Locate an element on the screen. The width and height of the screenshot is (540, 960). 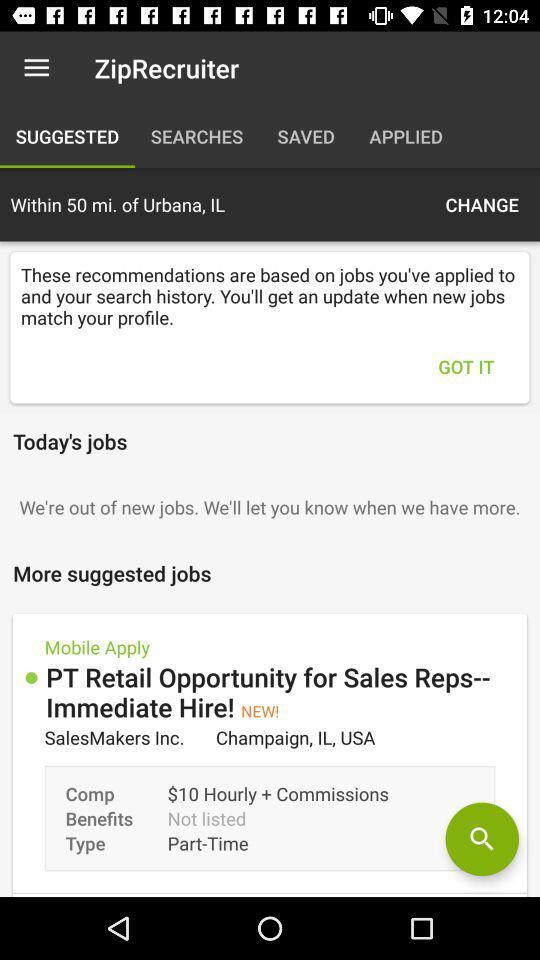
got it on the right is located at coordinates (466, 365).